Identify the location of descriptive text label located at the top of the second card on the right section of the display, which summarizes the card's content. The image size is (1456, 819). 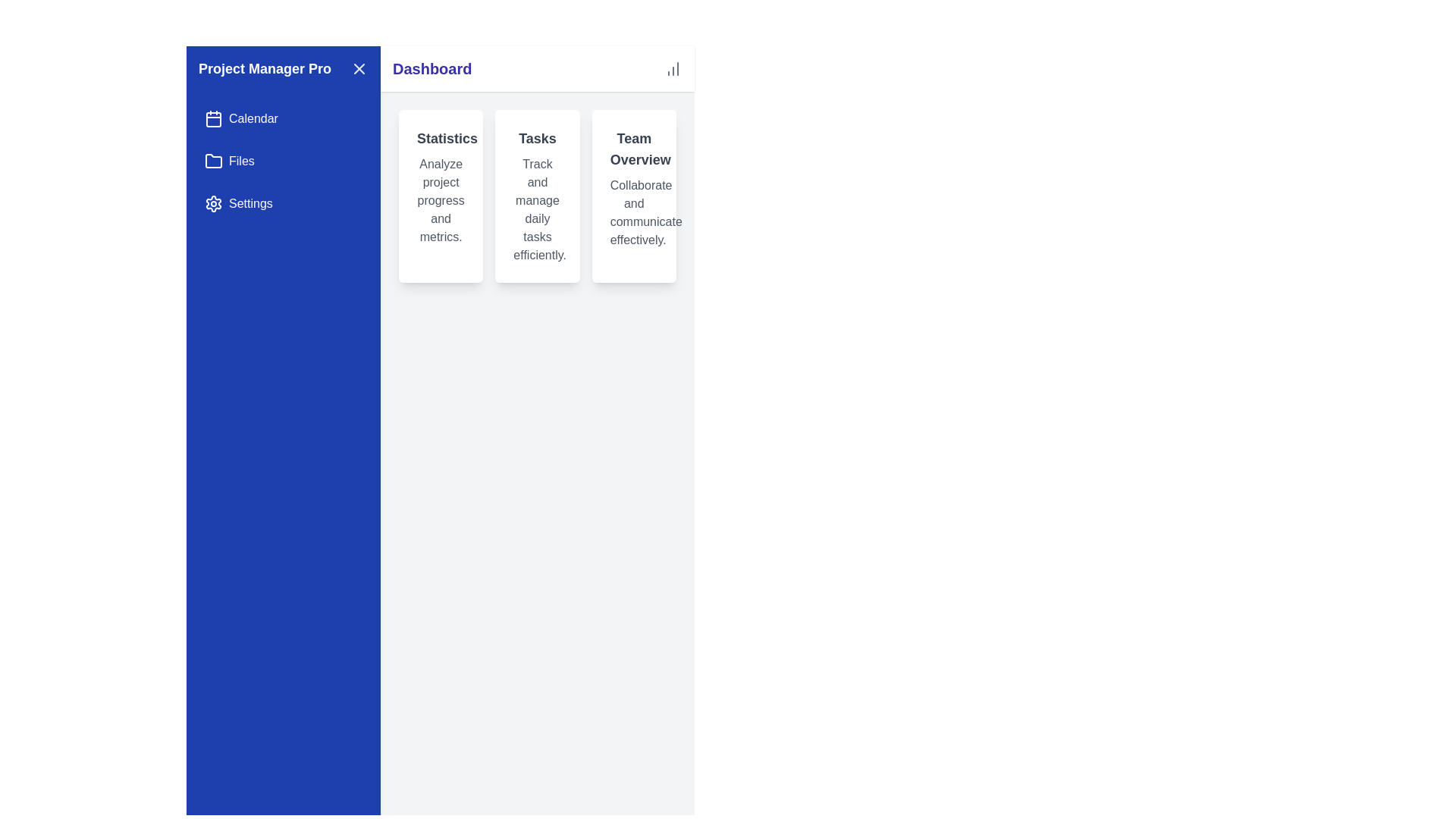
(538, 138).